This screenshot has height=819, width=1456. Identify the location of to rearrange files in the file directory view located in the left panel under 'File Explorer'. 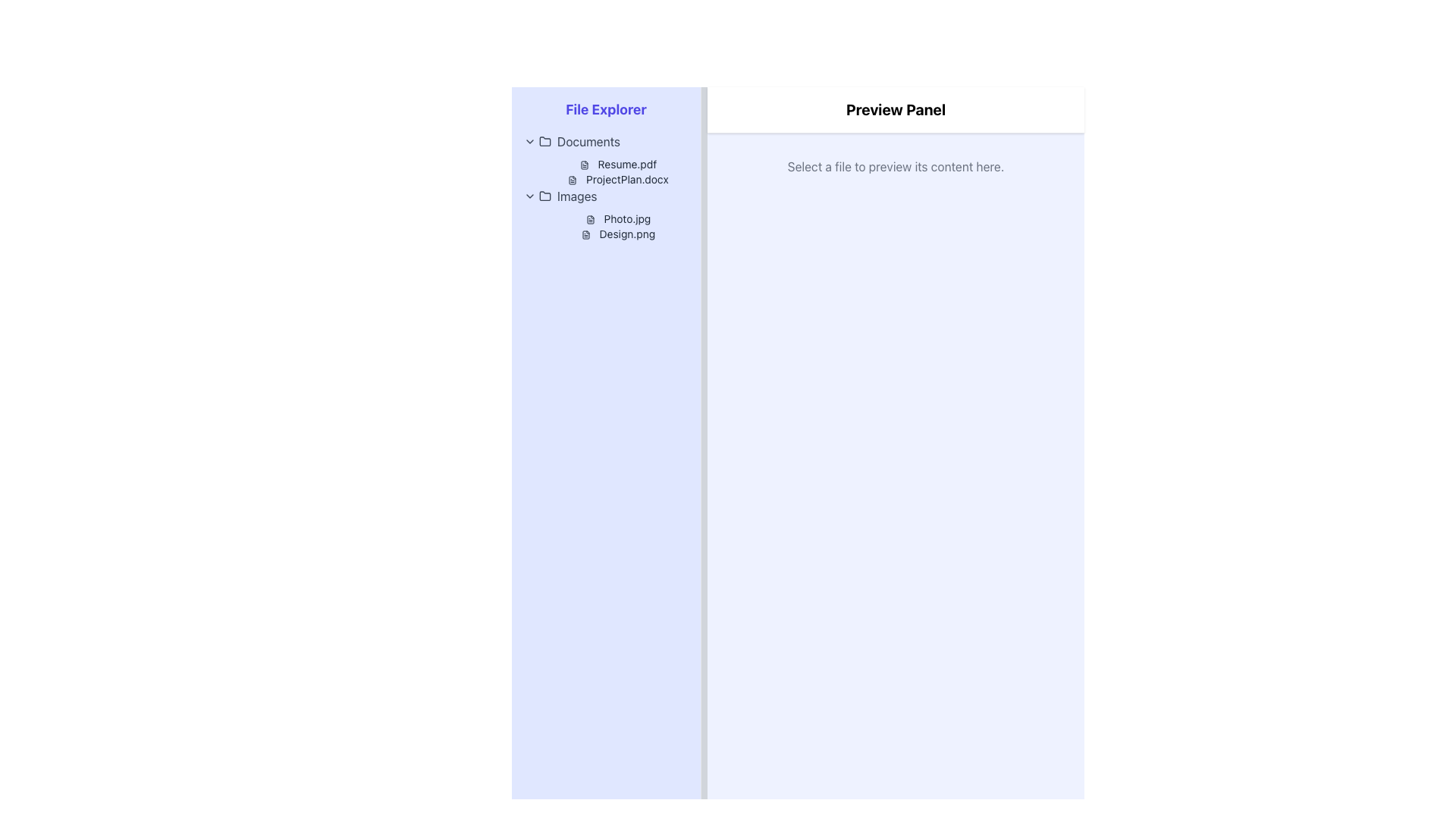
(605, 186).